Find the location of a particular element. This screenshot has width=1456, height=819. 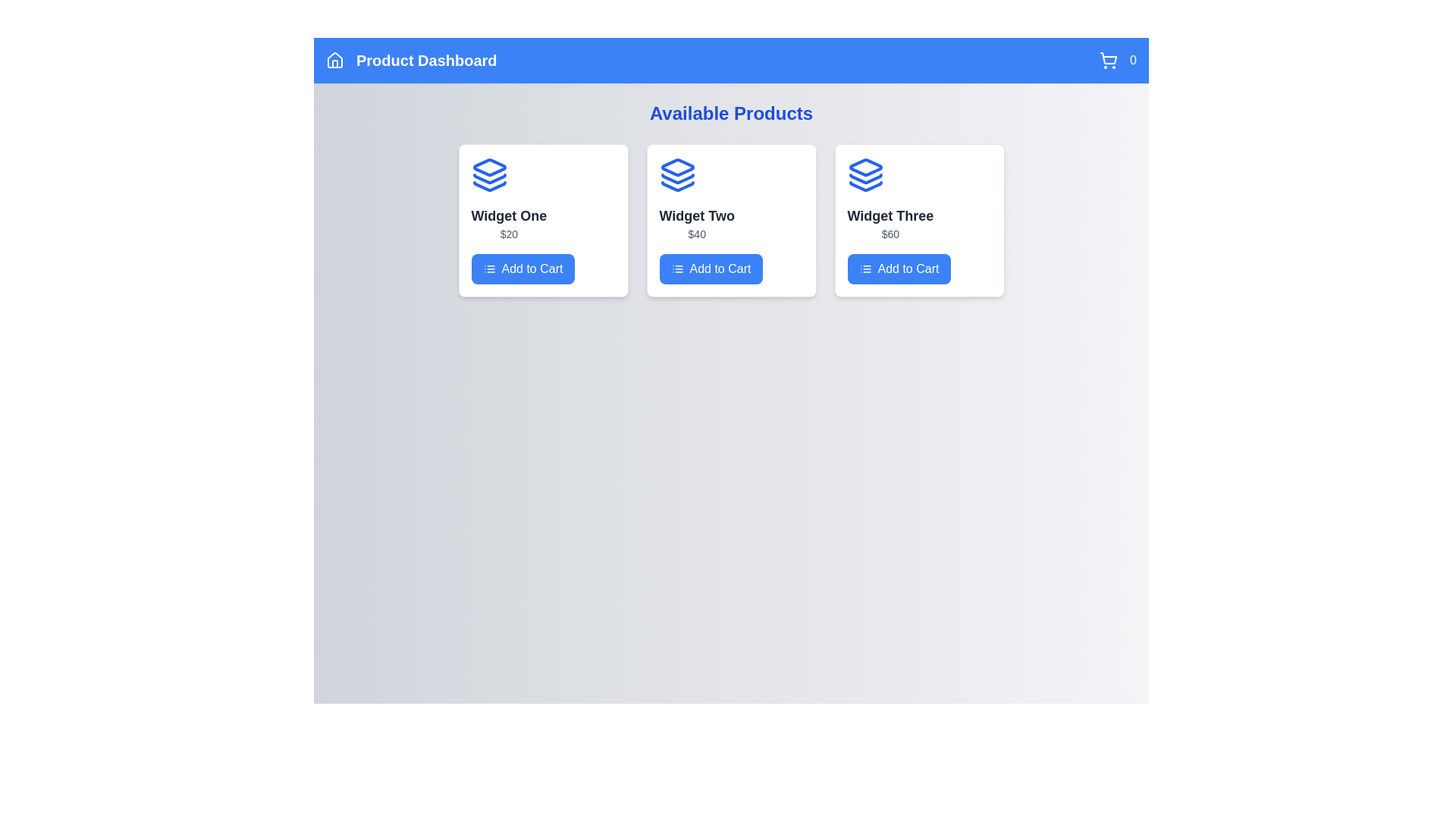

the text label displaying the price '$60' located beneath the title 'Widget Three' in the rightmost product card of the 'Available Products' section is located at coordinates (890, 234).